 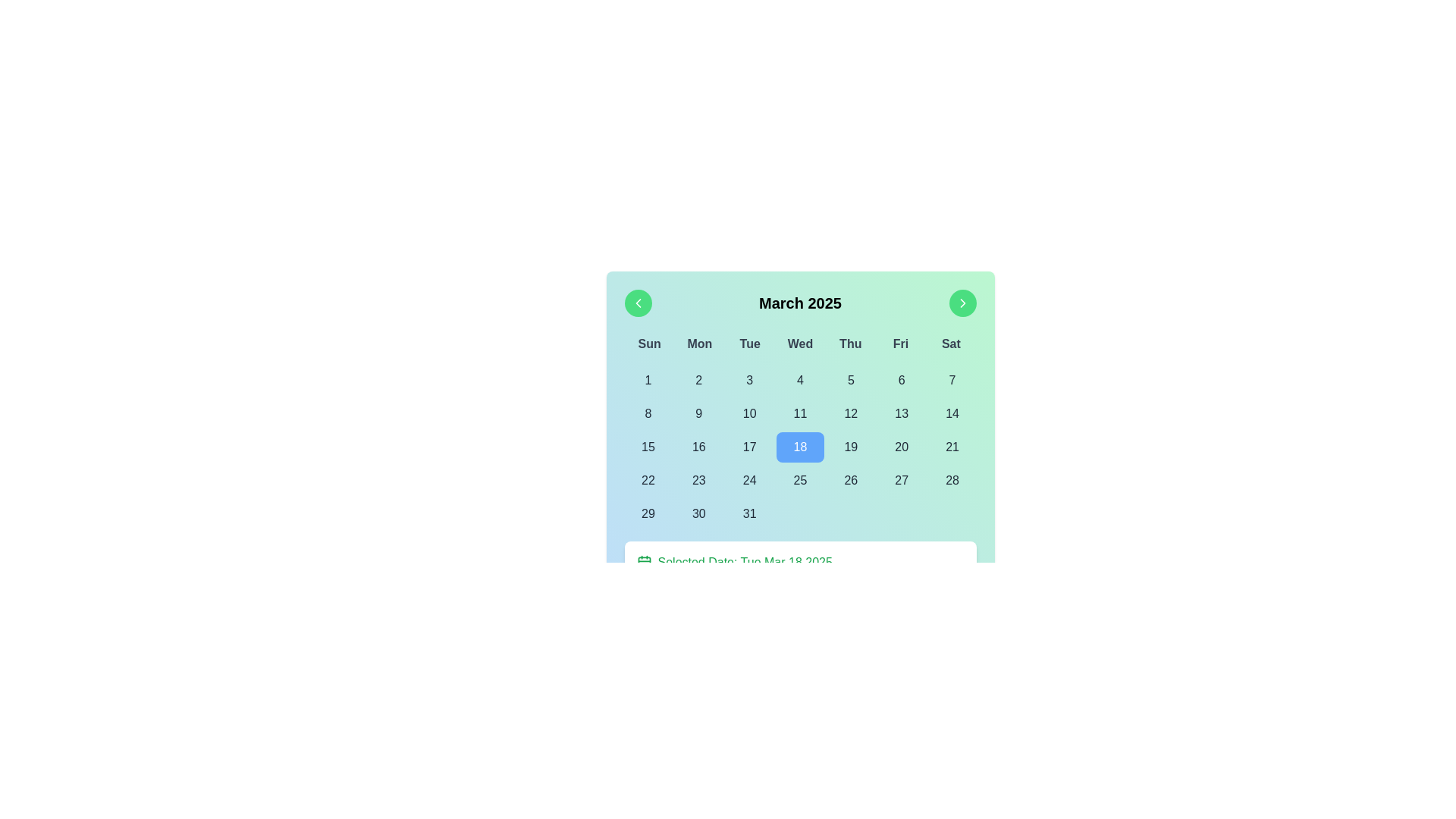 What do you see at coordinates (851, 414) in the screenshot?
I see `the button labeled '12' in gray font located in the second row and fifth column of the March 2025 calendar grid` at bounding box center [851, 414].